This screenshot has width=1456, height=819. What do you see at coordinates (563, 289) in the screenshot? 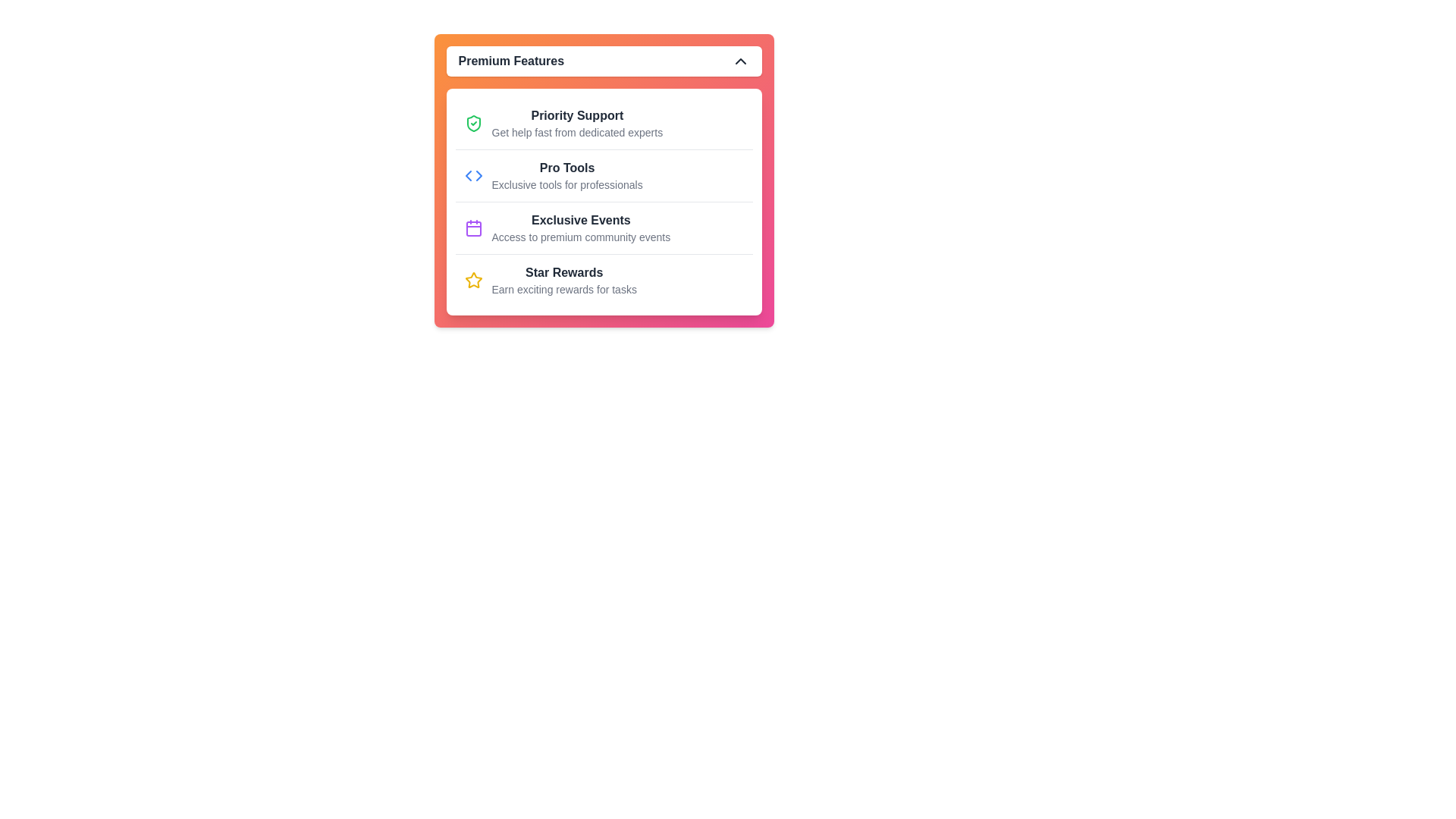
I see `explanatory text label located below the 'Star Rewards' title in the 'Premium Features' section to gather additional information about the 'Star Rewards' feature` at bounding box center [563, 289].